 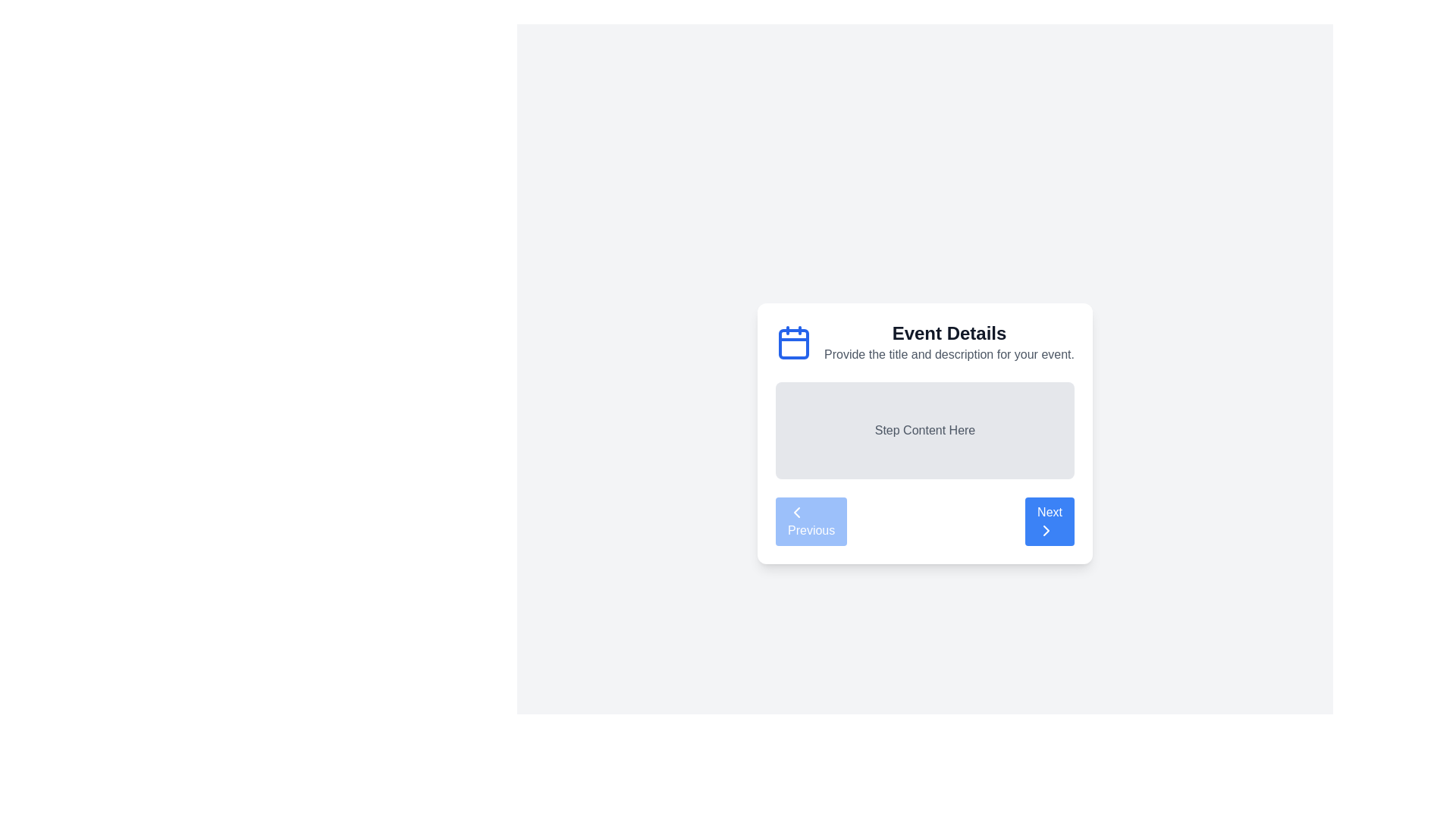 What do you see at coordinates (949, 342) in the screenshot?
I see `the text-based informational component that provides an introduction and guidance for entering event details, located in the upper-central area of the card interface, to the right of the calendar icon` at bounding box center [949, 342].